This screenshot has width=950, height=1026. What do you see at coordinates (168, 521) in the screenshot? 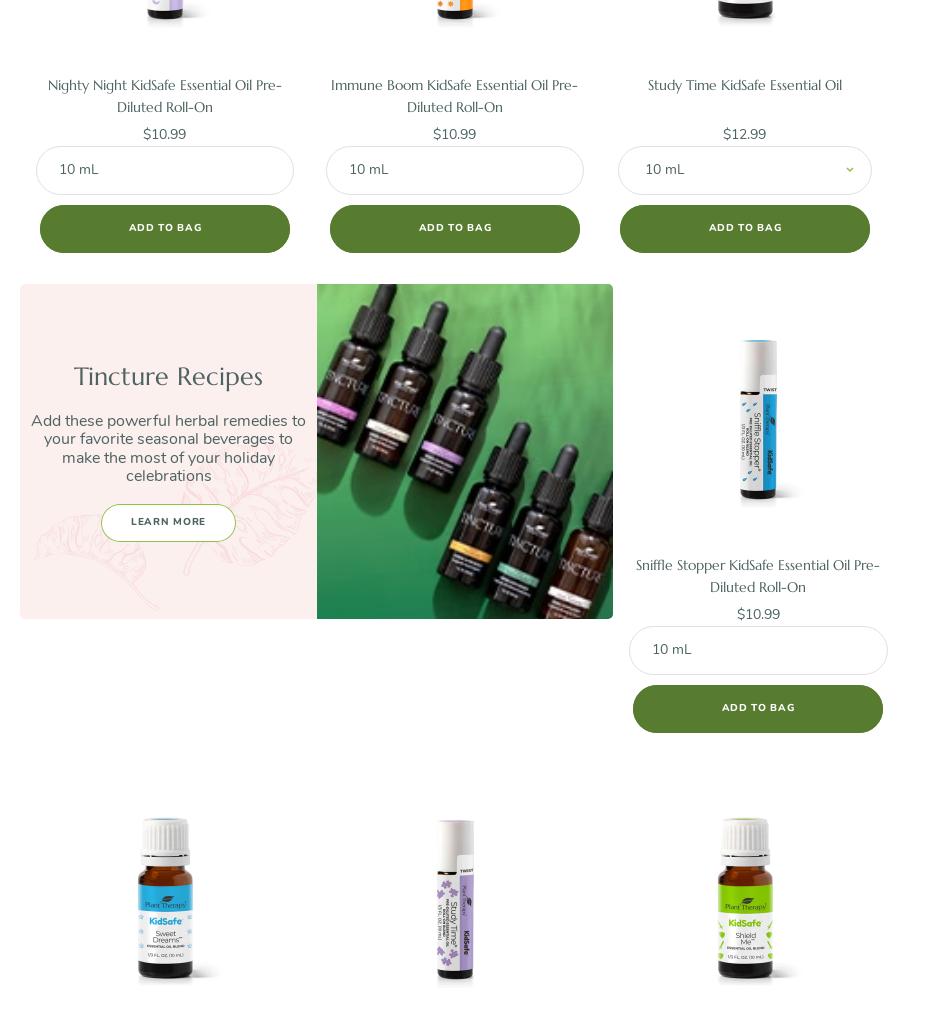
I see `'Learn More'` at bounding box center [168, 521].